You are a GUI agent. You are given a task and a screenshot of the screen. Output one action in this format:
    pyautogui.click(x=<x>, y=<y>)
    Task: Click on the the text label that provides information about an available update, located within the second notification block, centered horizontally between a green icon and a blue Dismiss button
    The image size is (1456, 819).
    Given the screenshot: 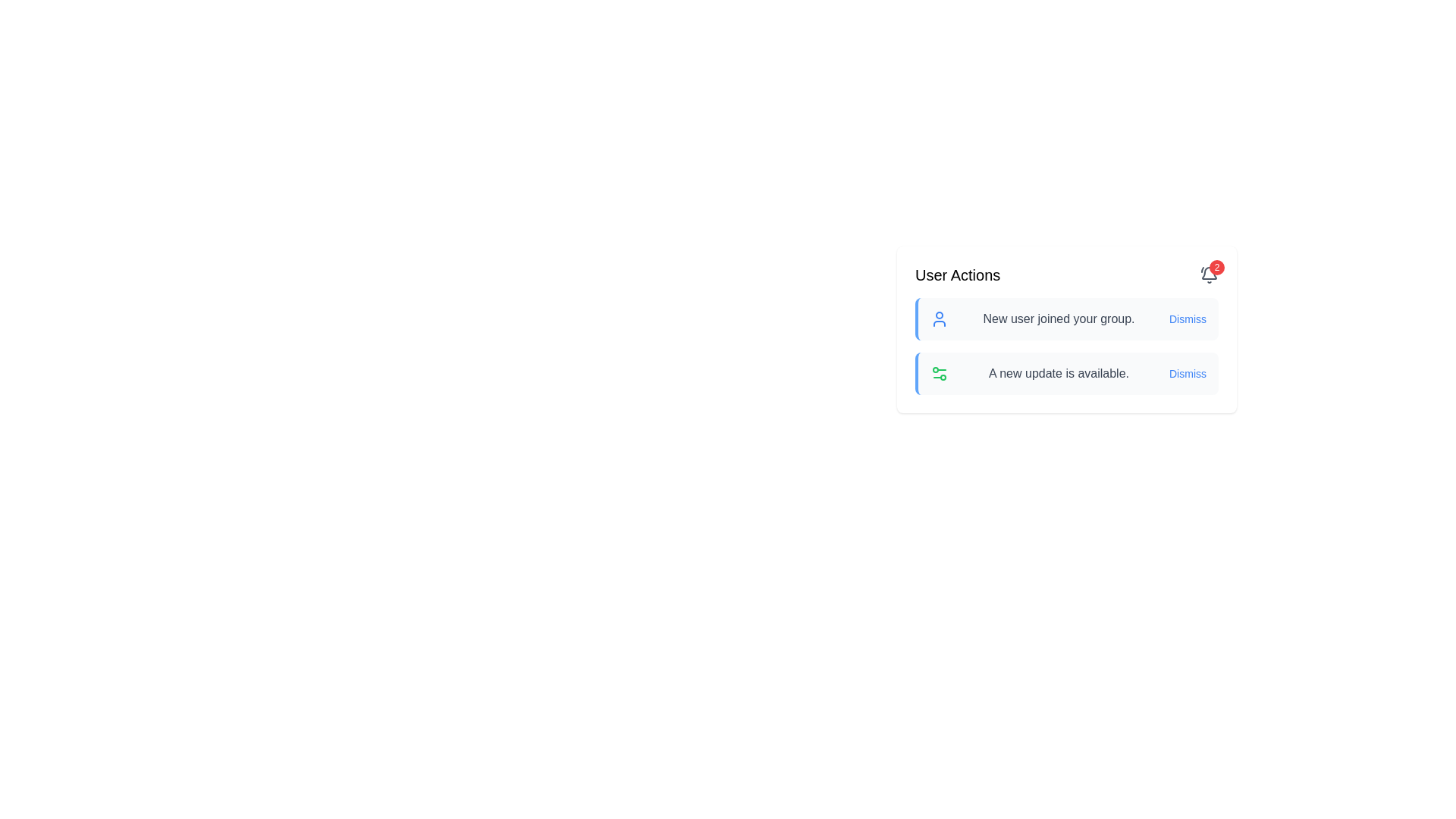 What is the action you would take?
    pyautogui.click(x=1058, y=374)
    